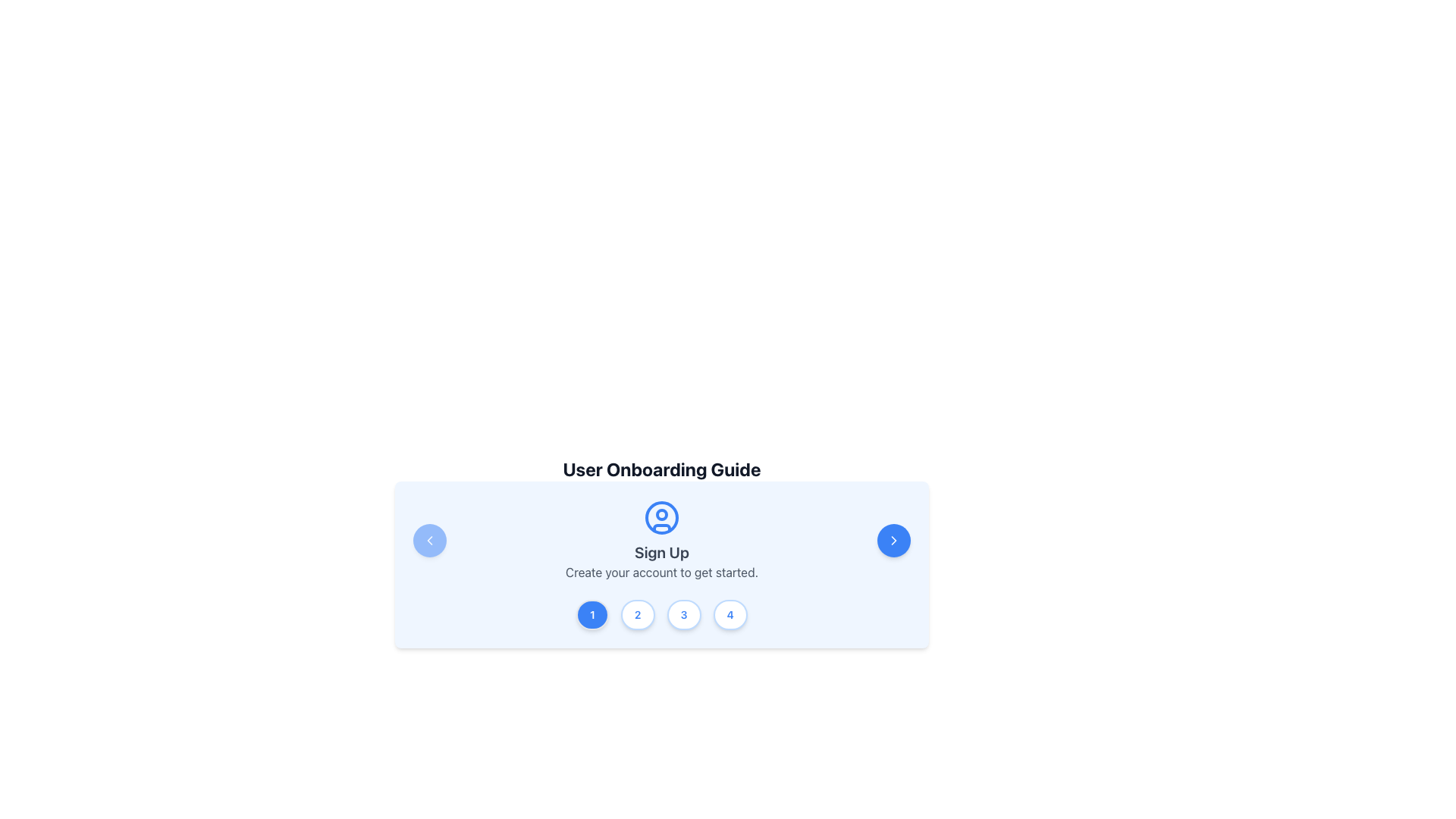 The width and height of the screenshot is (1456, 819). I want to click on the specific numbered button within the horizontal step indicator located below the 'Sign Up' title in the blue-on-white modal, so click(662, 614).